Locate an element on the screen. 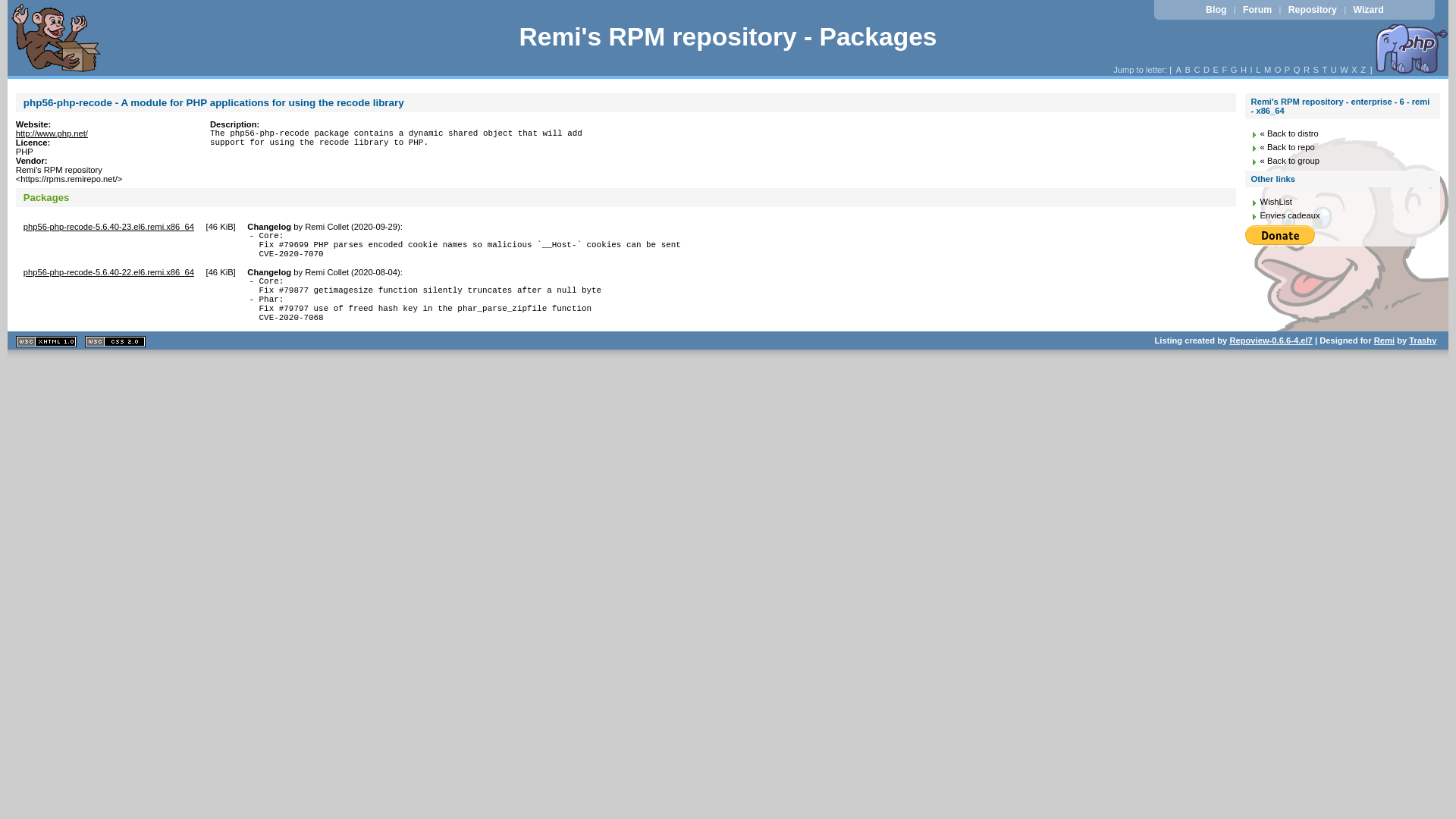  'R' is located at coordinates (1301, 70).